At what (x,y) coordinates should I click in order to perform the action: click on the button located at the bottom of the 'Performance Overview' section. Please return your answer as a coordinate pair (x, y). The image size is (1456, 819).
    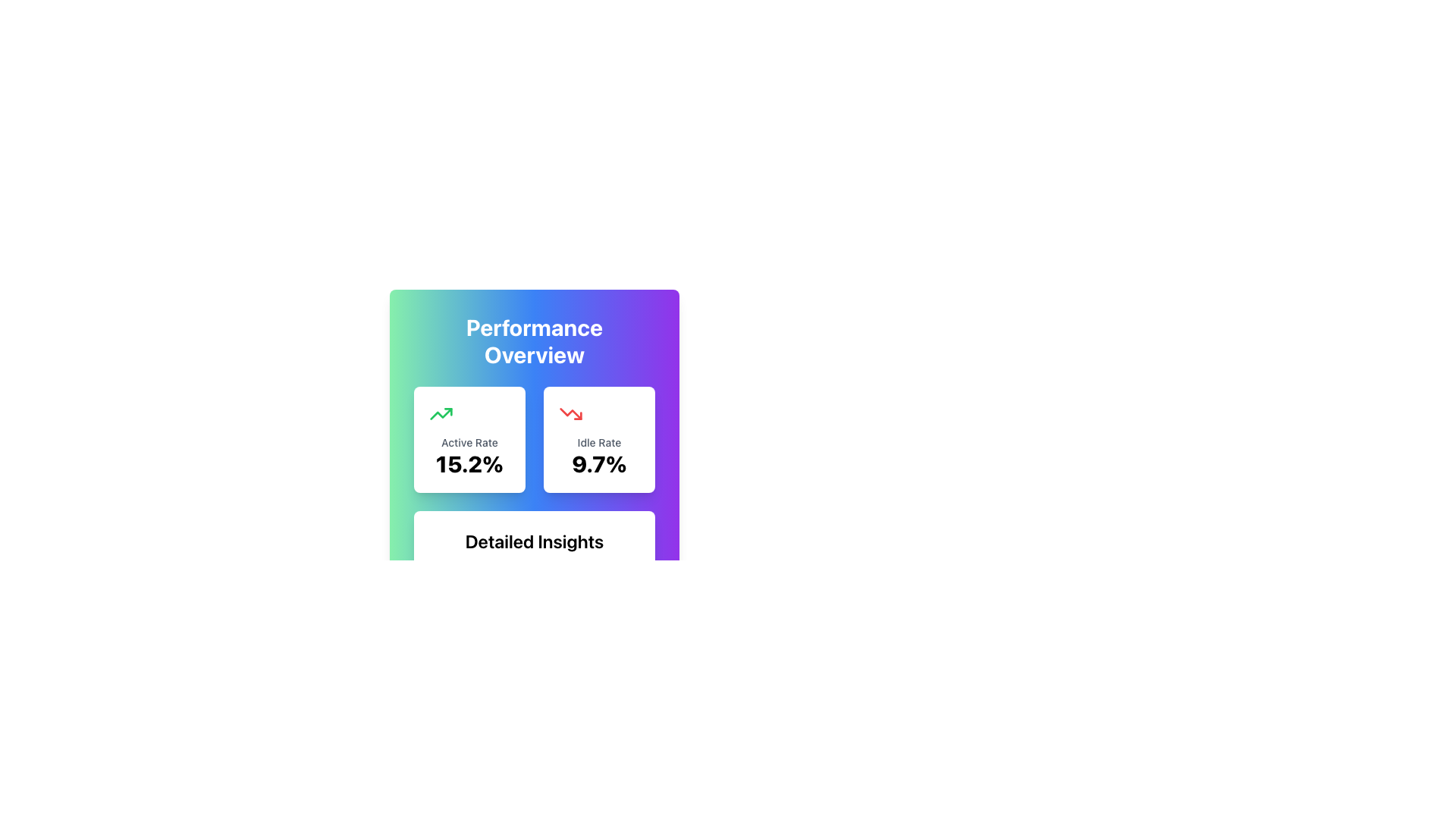
    Looking at the image, I should click on (535, 708).